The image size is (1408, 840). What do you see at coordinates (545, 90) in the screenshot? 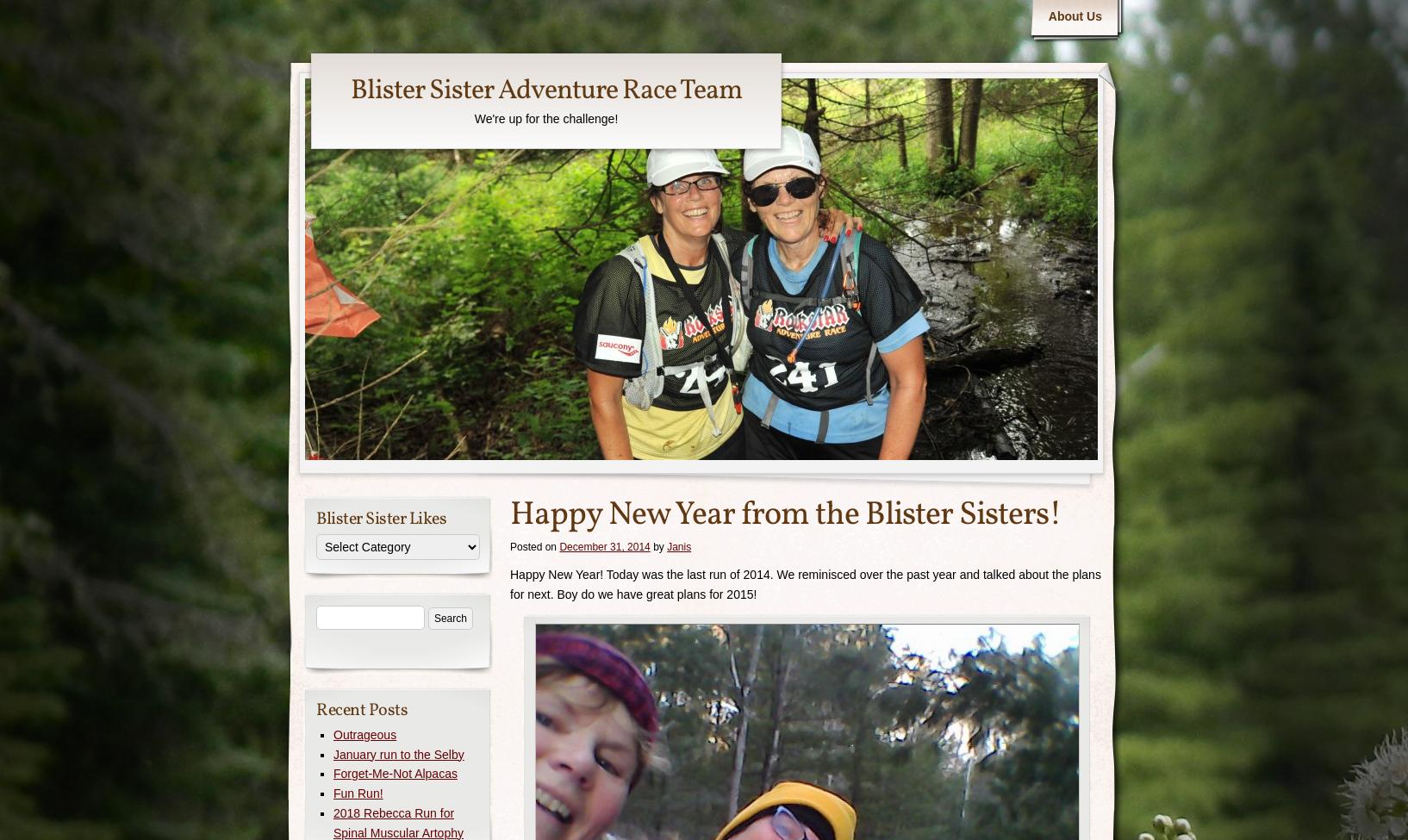
I see `'Blister Sister Adventure Race Team'` at bounding box center [545, 90].